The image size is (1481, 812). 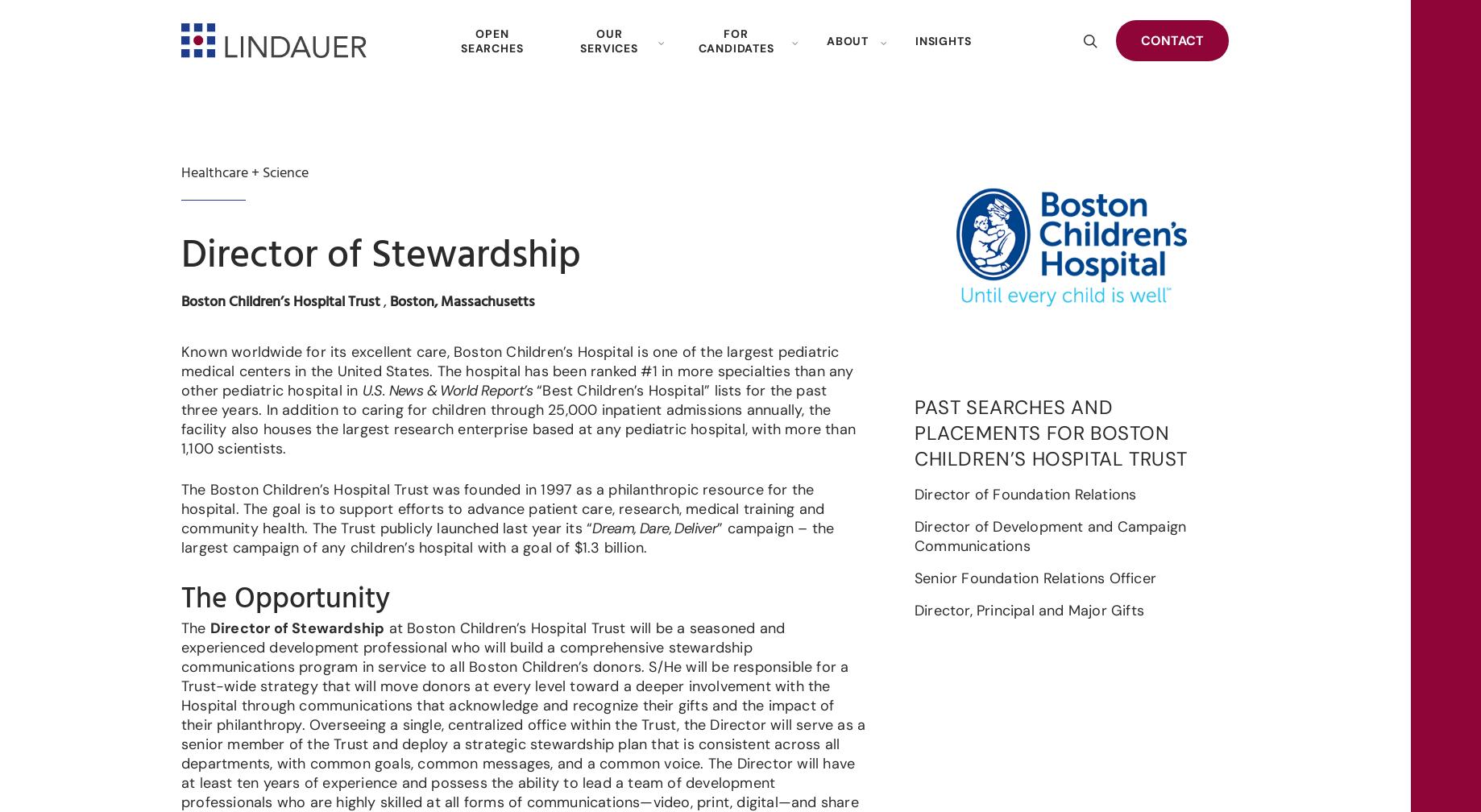 What do you see at coordinates (914, 535) in the screenshot?
I see `'Director of Development and Campaign Communications'` at bounding box center [914, 535].